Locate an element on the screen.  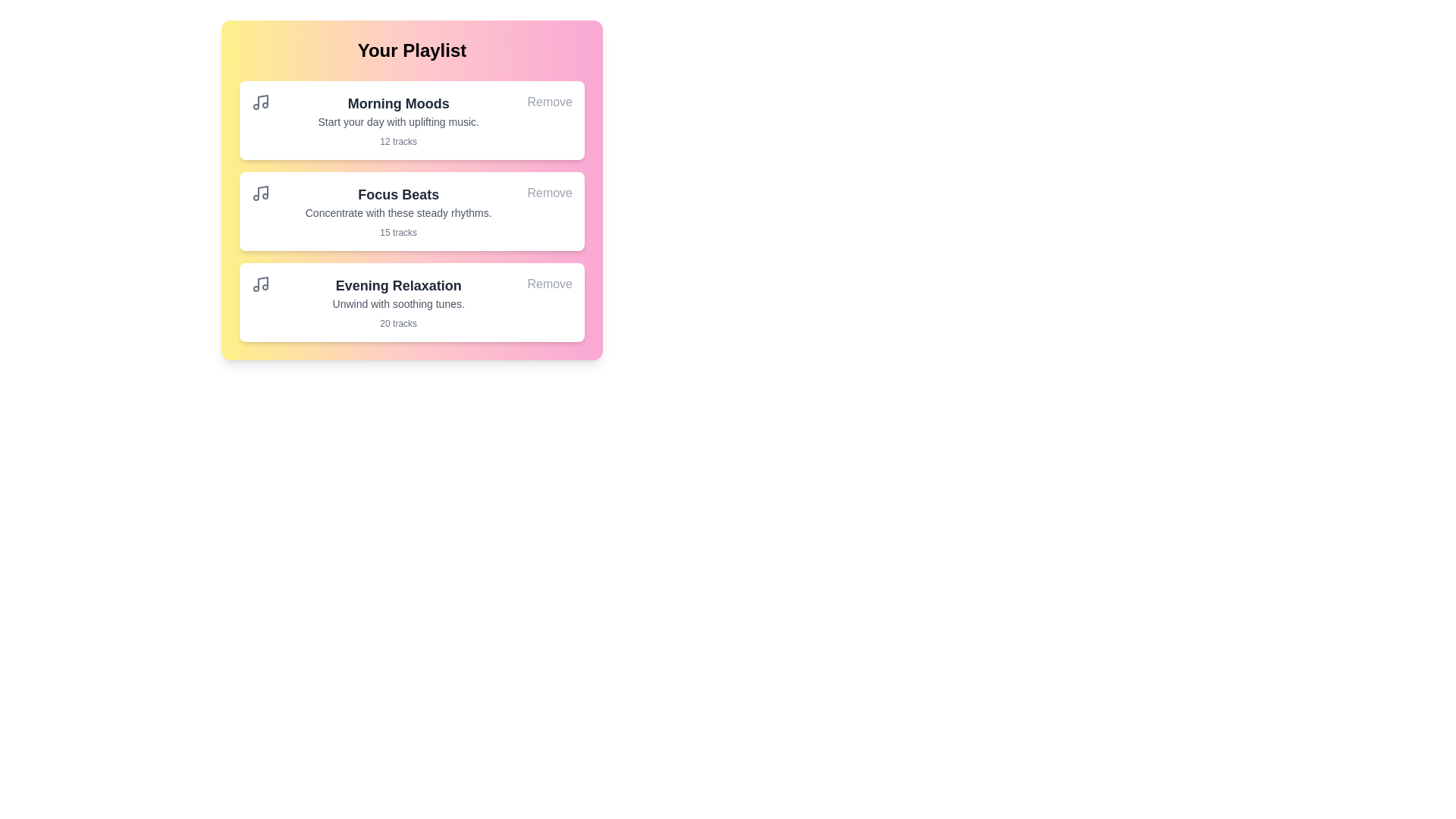
'Remove' button for the playlist 'Evening Relaxation' is located at coordinates (548, 284).